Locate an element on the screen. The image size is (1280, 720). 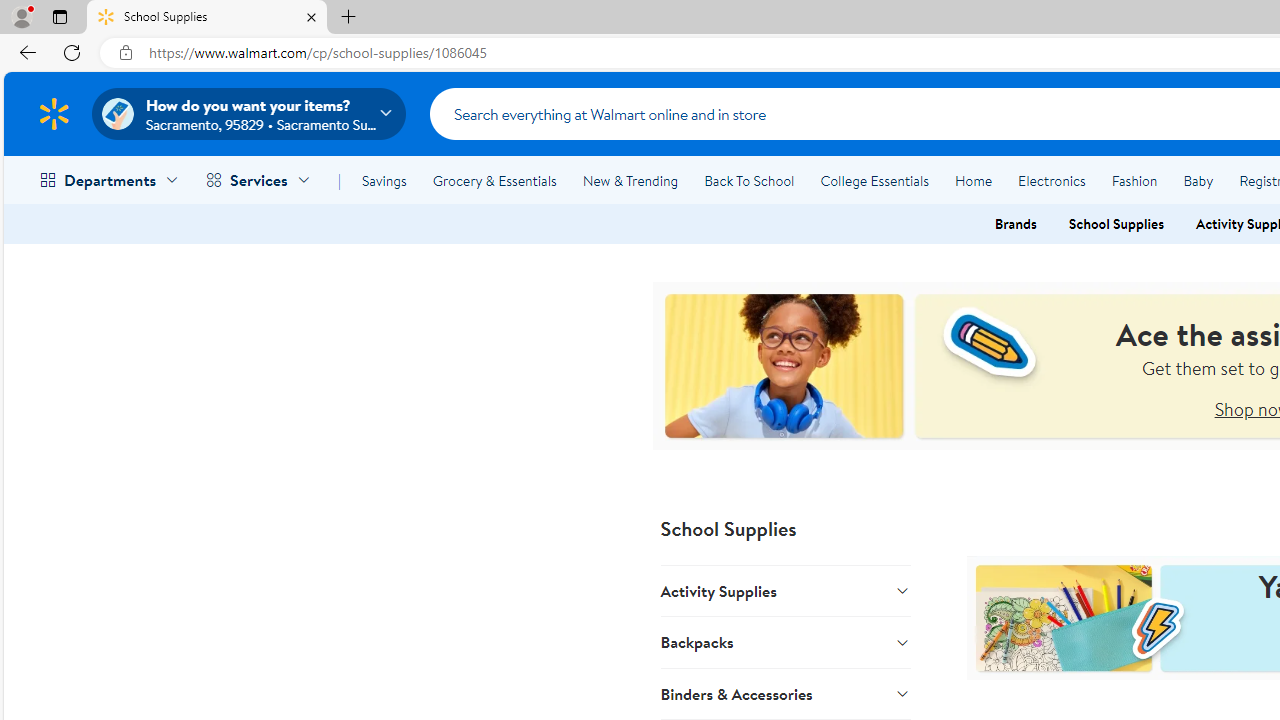
'Activity Supplies' is located at coordinates (784, 590).